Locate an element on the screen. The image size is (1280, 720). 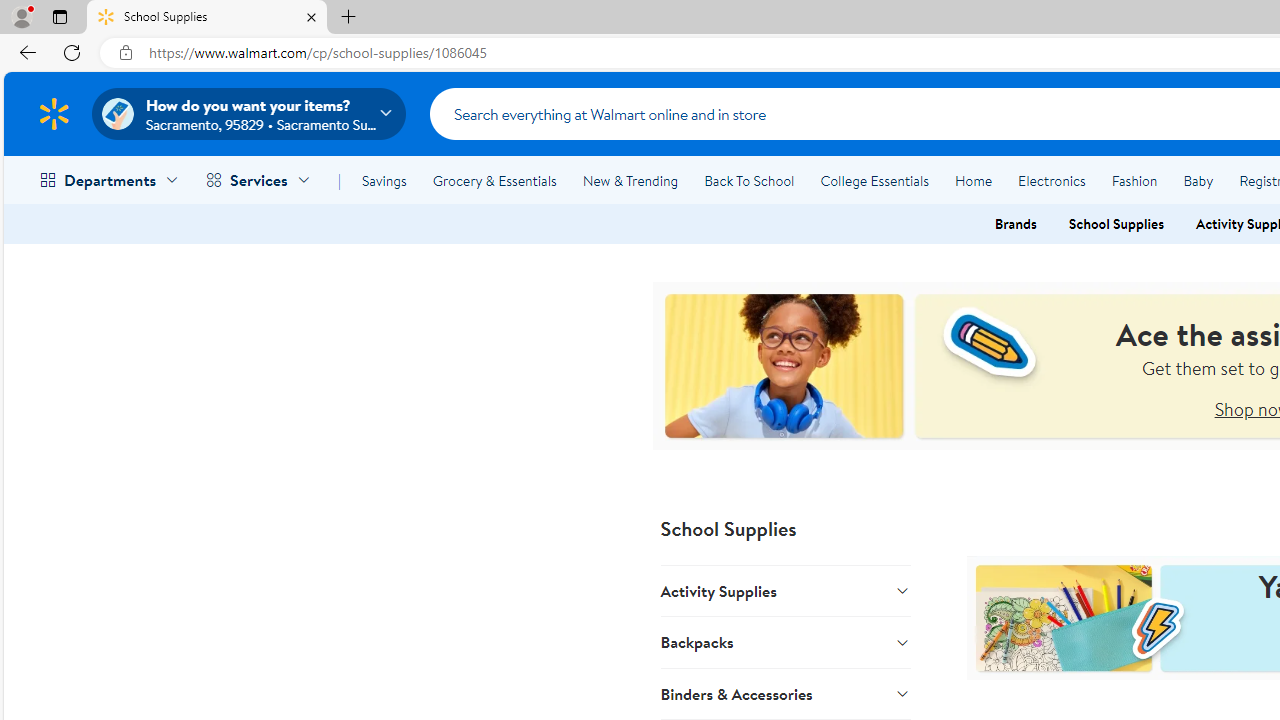
'Activity Supplies' is located at coordinates (784, 590).